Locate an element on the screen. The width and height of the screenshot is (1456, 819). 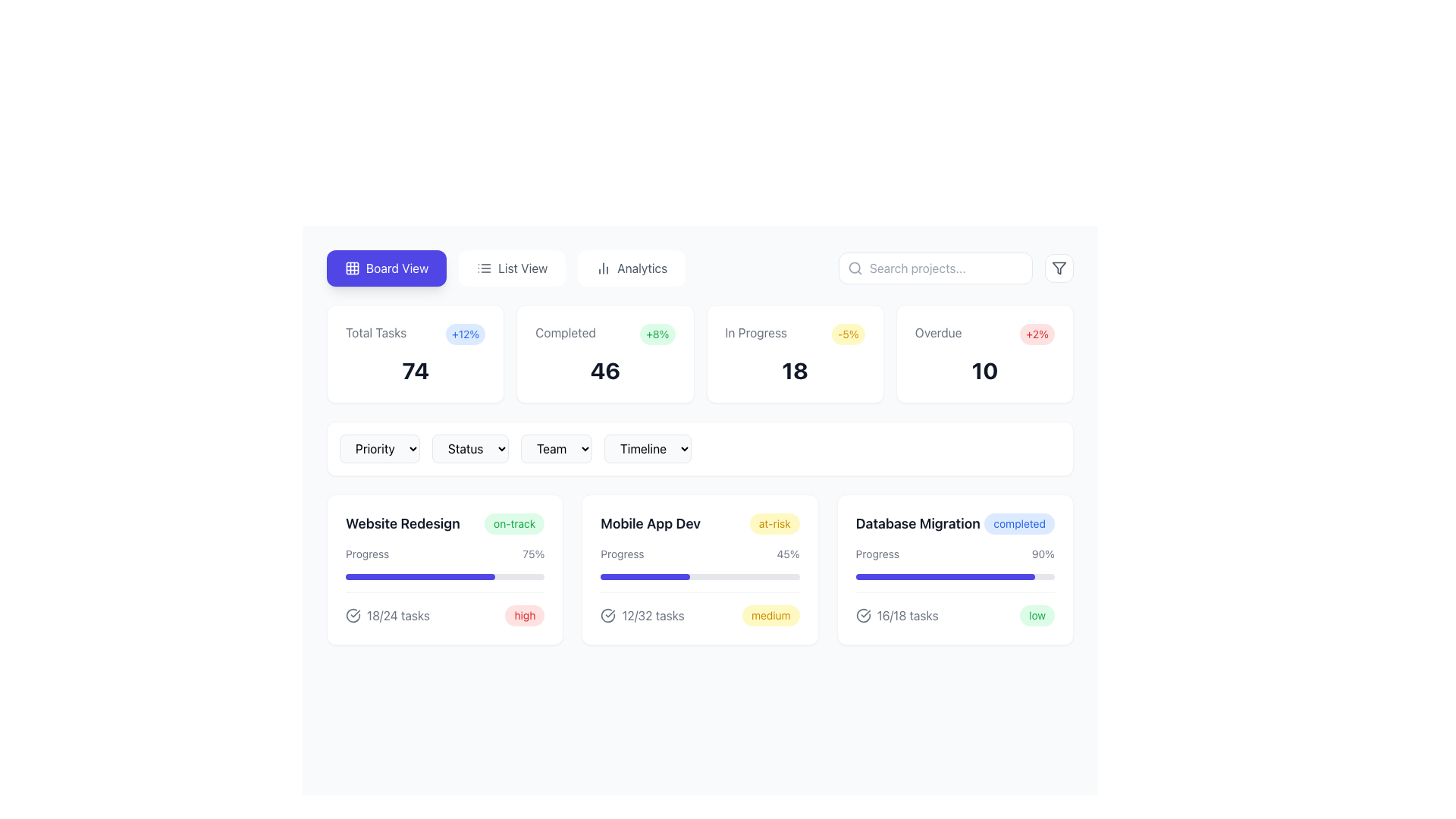
the A status label indicating that the 'Website Redesign' task is currently on track, located to the right of the phrase 'Website Redesign' is located at coordinates (514, 522).